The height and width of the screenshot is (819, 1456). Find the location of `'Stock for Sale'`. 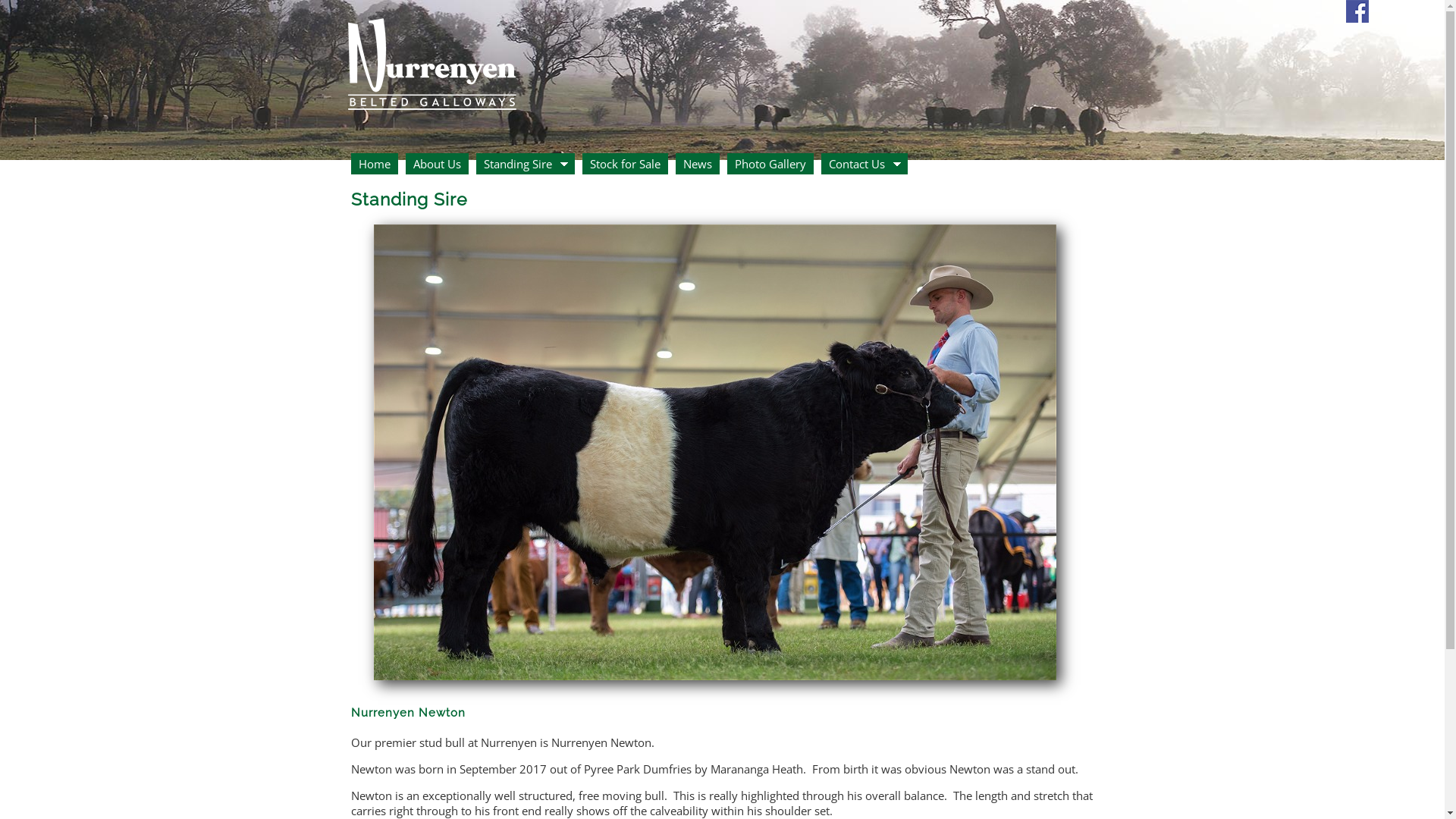

'Stock for Sale' is located at coordinates (625, 164).